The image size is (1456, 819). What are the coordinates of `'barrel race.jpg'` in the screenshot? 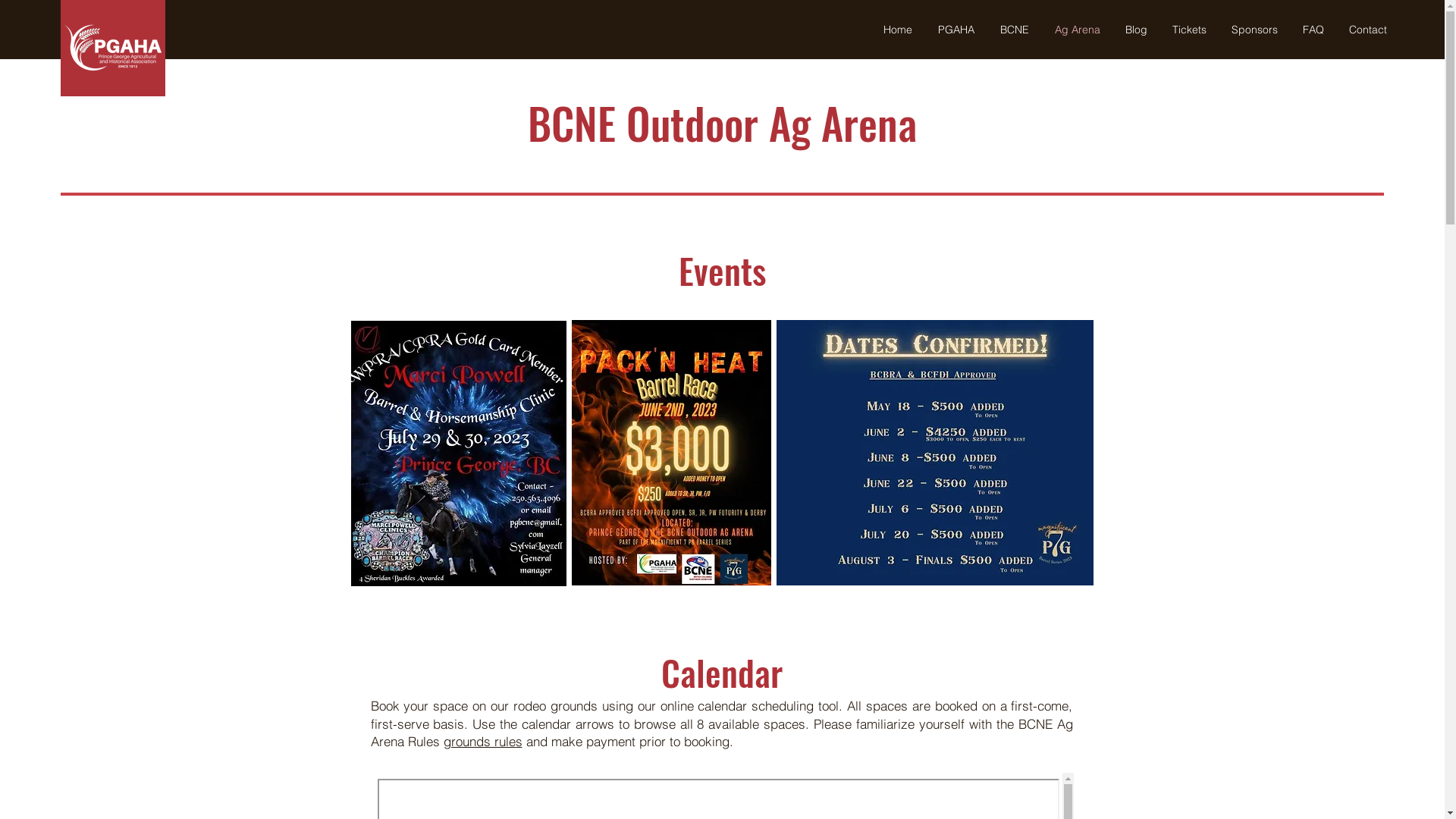 It's located at (457, 452).